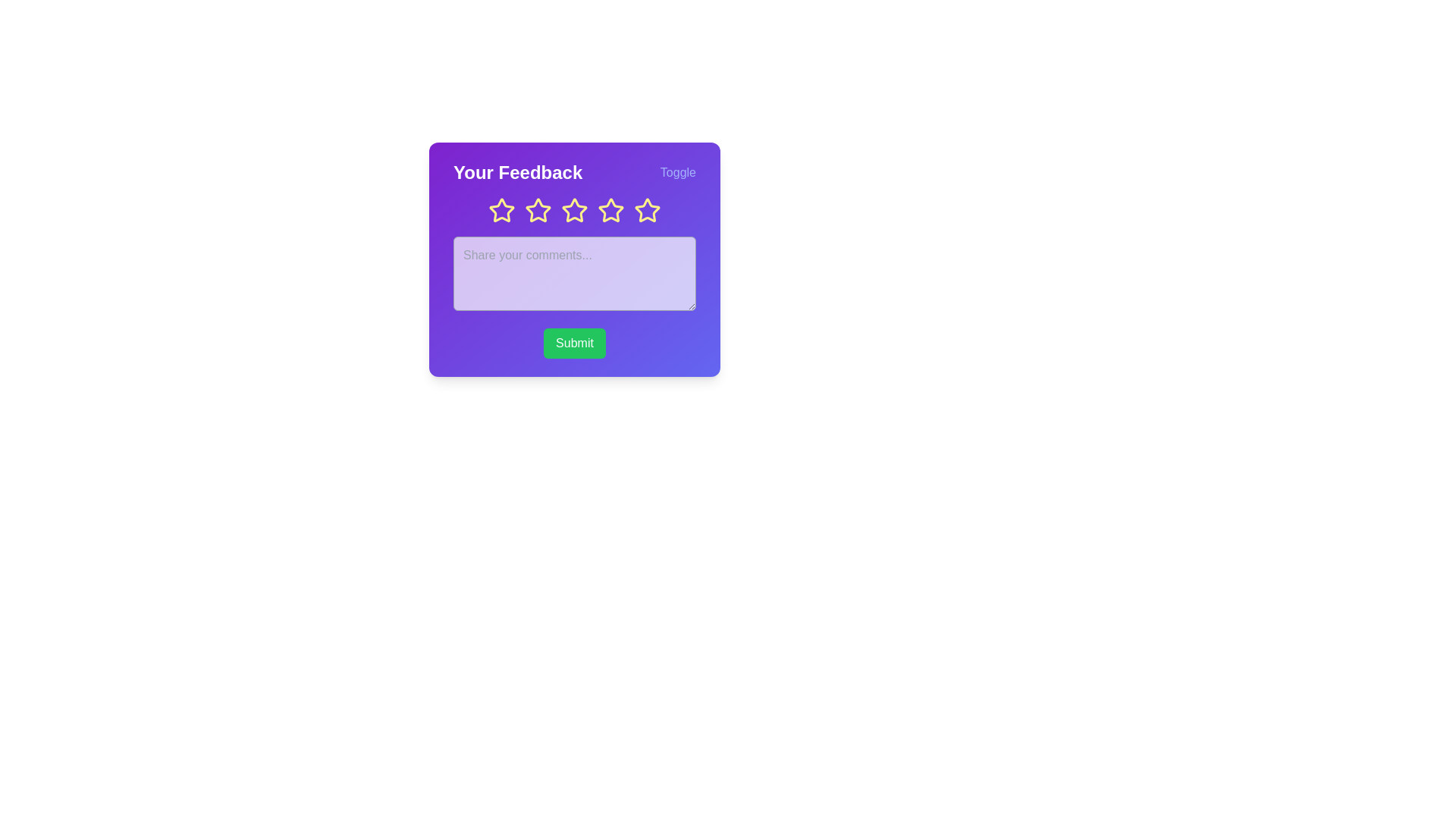  Describe the element at coordinates (648, 210) in the screenshot. I see `the fifth interactive star icon in the rating component` at that location.